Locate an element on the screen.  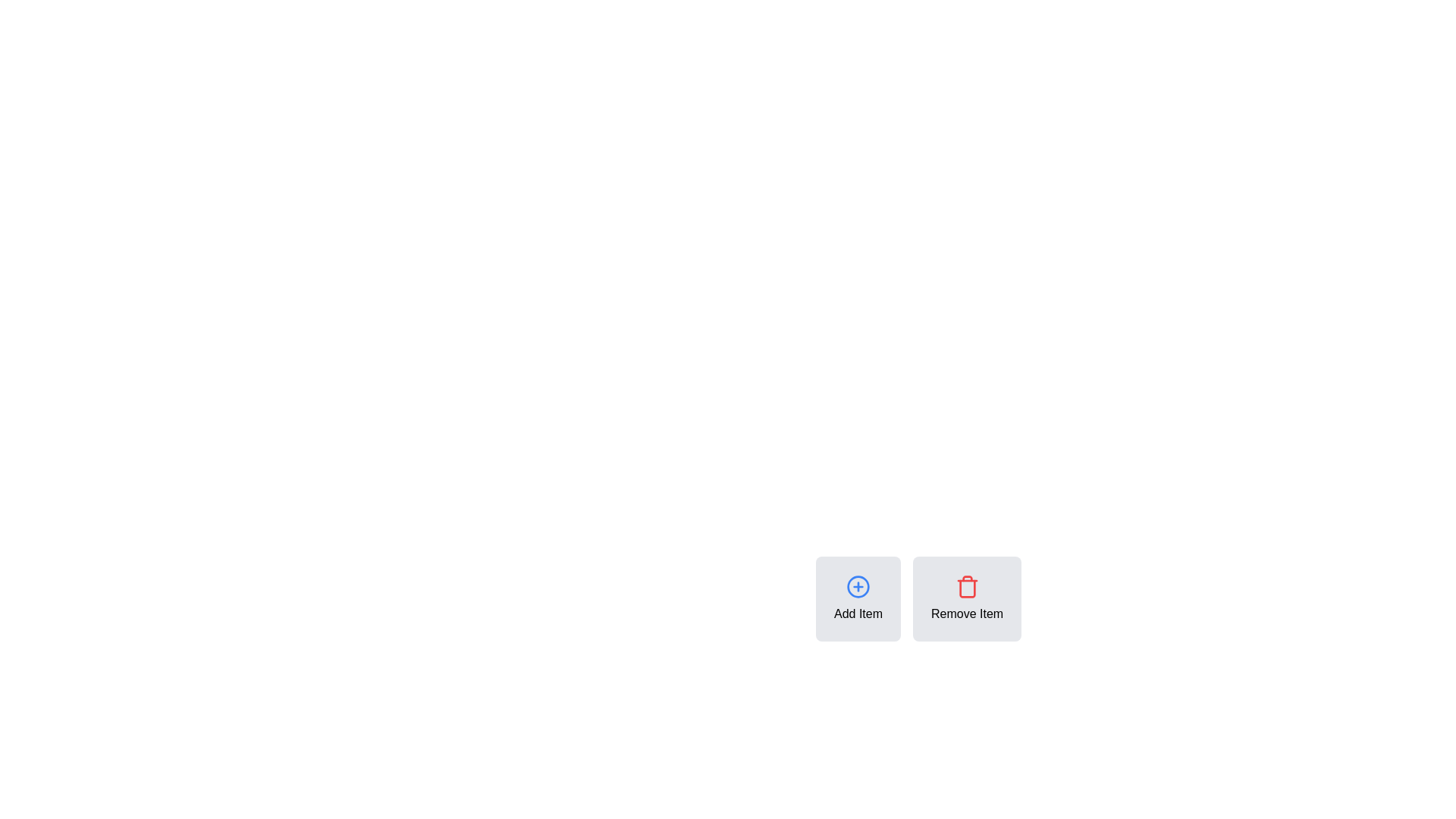
the circular icon with a blue outline located to the left of the 'Add Item' button is located at coordinates (858, 586).